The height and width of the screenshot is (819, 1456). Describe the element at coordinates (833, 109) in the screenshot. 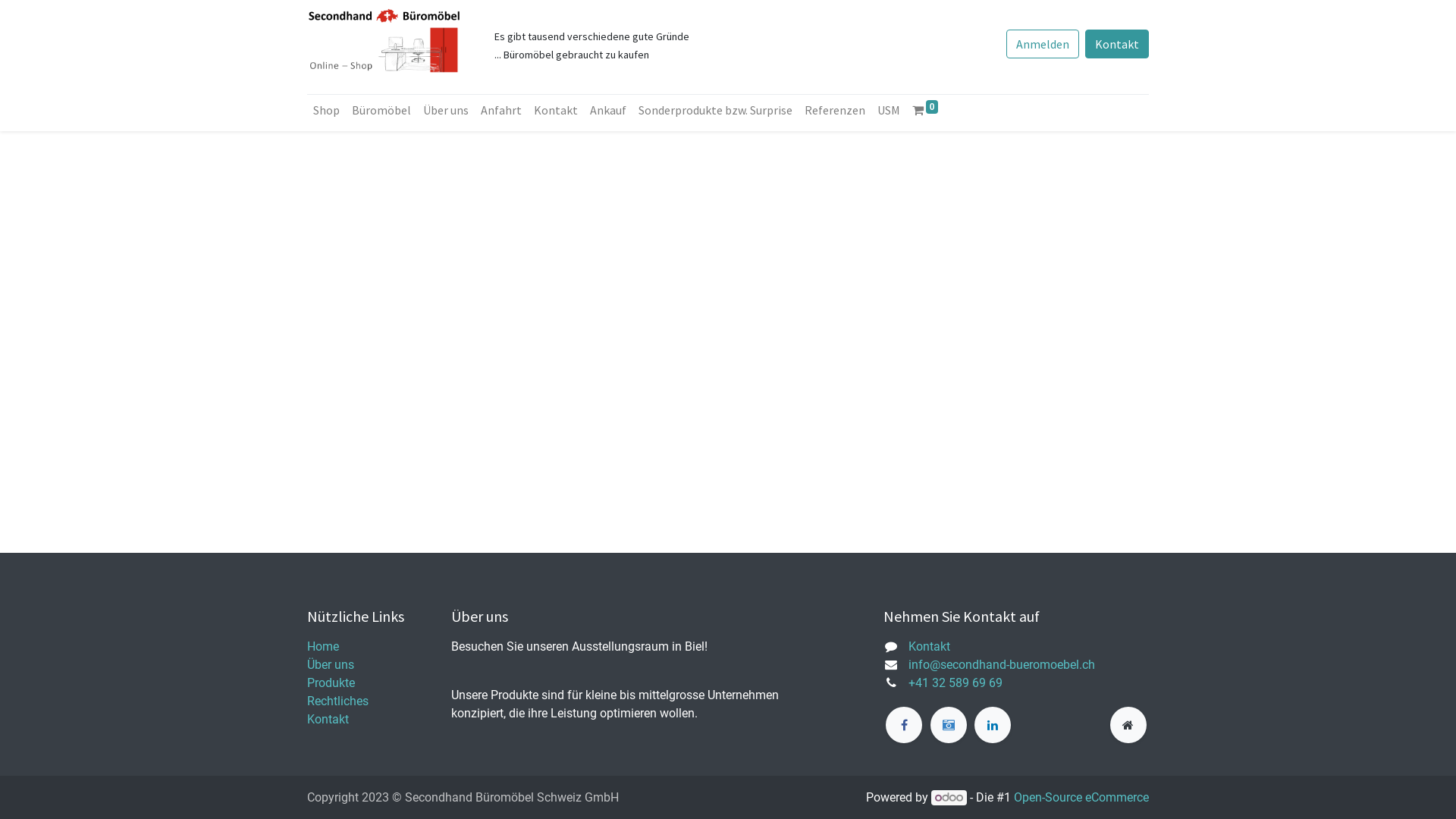

I see `'Referenzen'` at that location.